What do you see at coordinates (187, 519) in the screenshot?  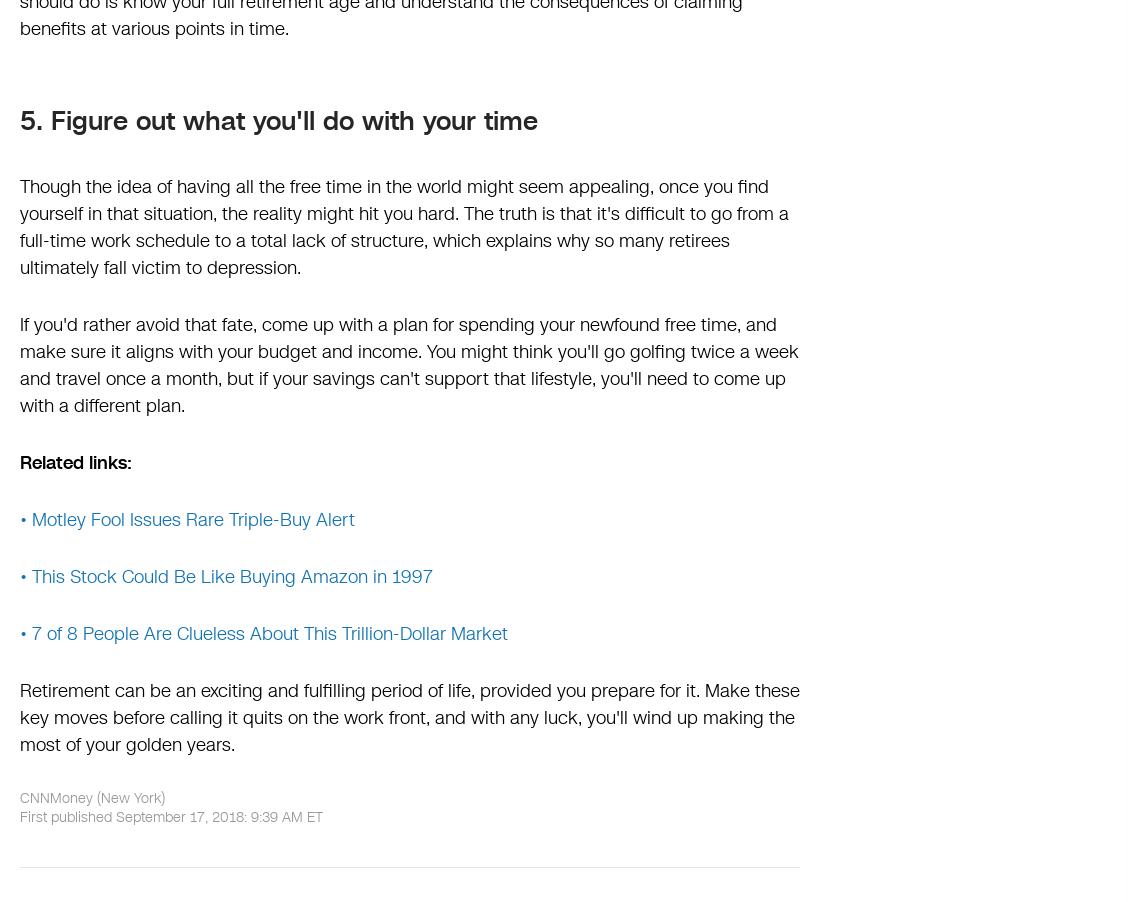 I see `'• Motley Fool Issues Rare Triple-Buy Alert'` at bounding box center [187, 519].